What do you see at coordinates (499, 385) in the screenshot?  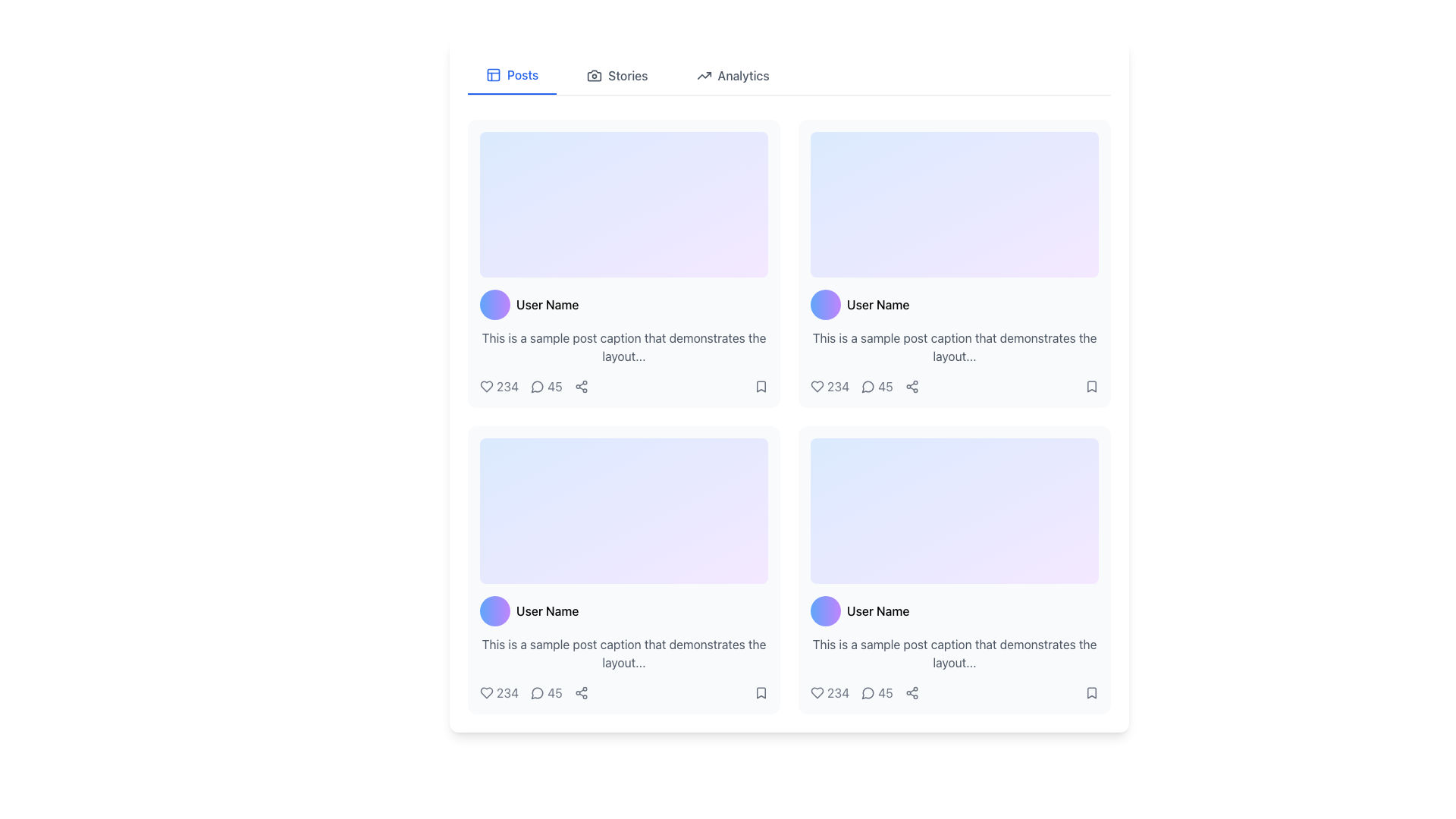 I see `the heart icon with the number '234'` at bounding box center [499, 385].